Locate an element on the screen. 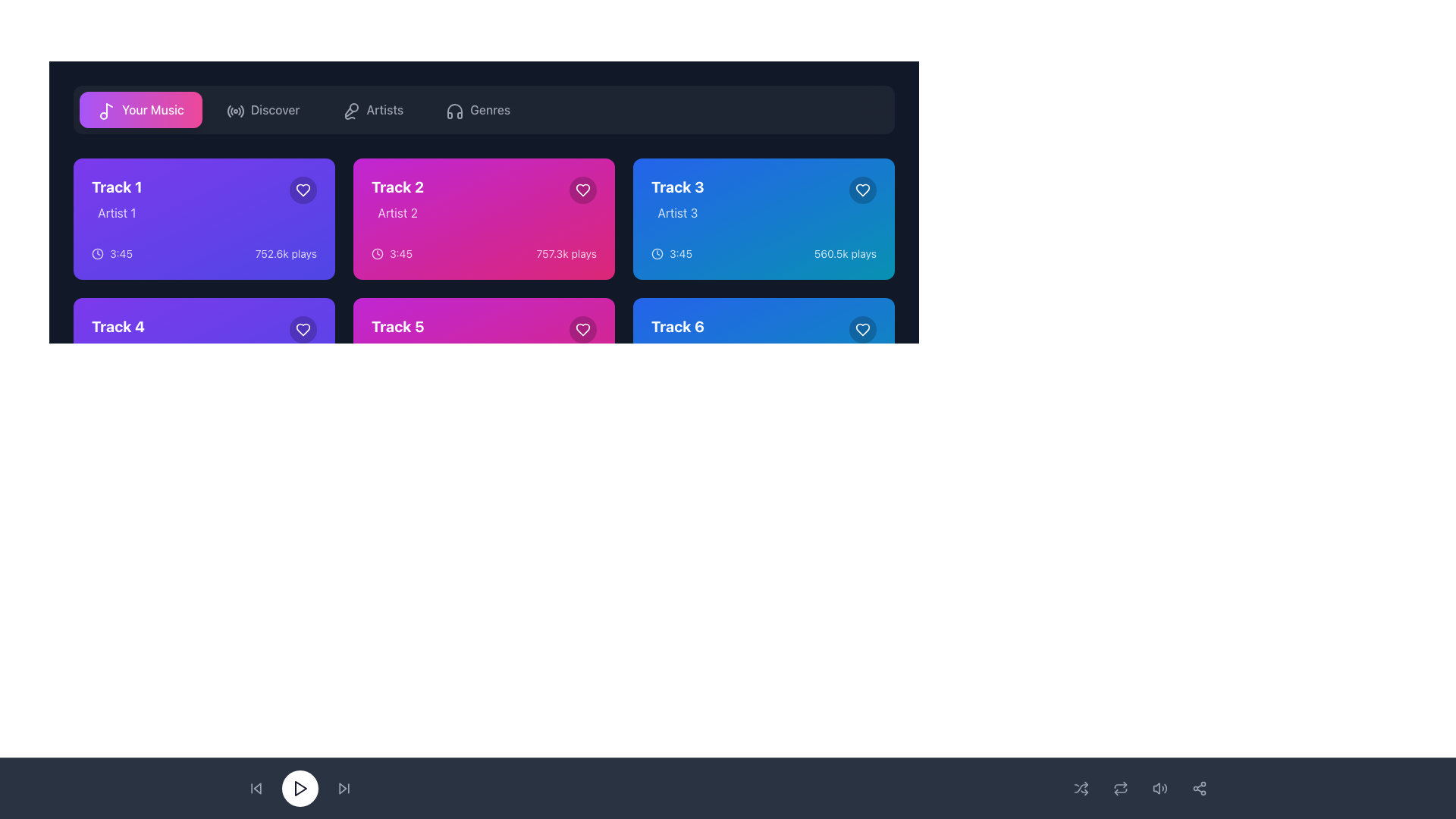 The height and width of the screenshot is (819, 1456). the 'Genres' navigation icon in the top navigation bar is located at coordinates (454, 110).